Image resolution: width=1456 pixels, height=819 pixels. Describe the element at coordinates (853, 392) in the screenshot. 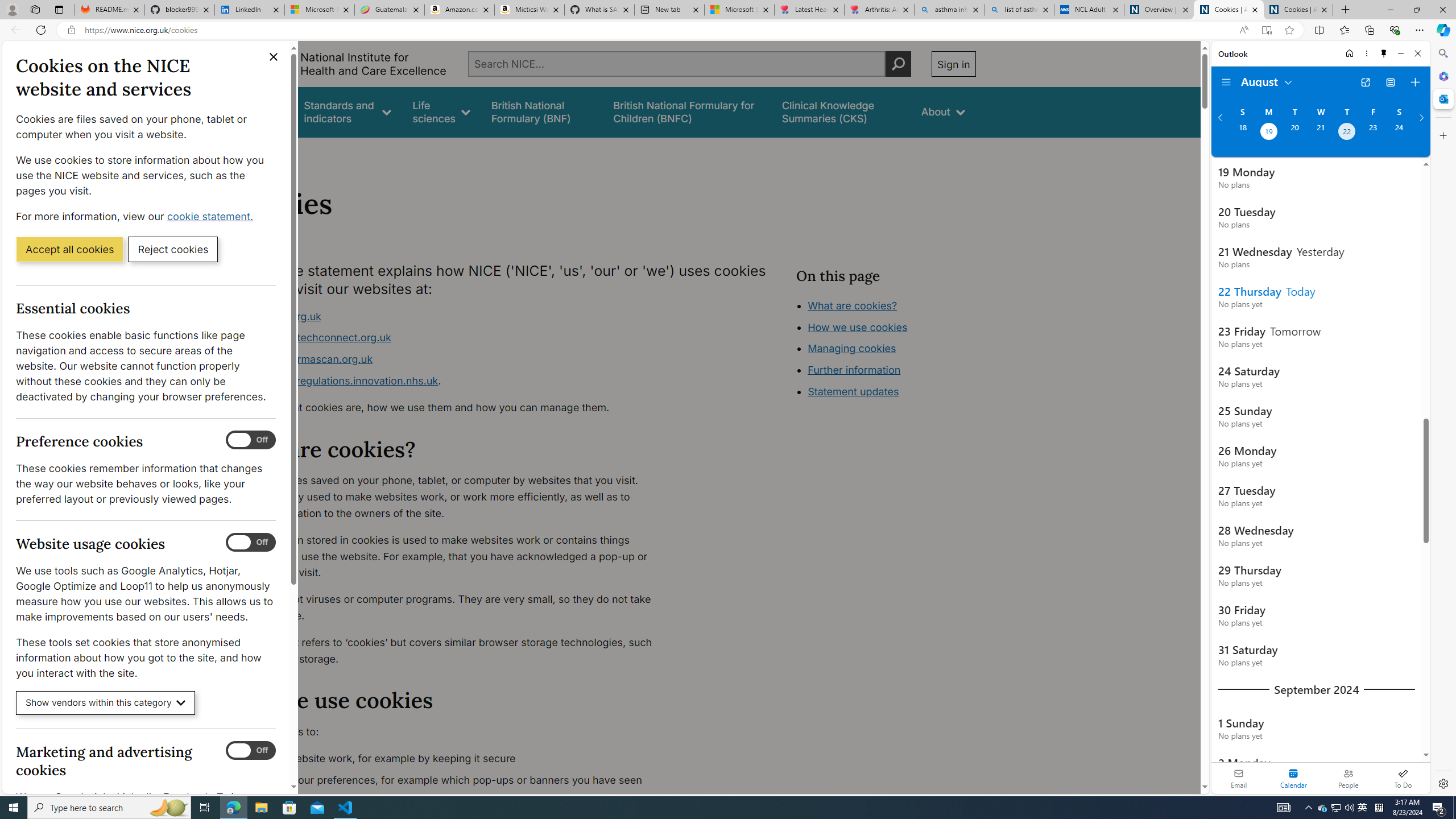

I see `'Statement updates'` at that location.